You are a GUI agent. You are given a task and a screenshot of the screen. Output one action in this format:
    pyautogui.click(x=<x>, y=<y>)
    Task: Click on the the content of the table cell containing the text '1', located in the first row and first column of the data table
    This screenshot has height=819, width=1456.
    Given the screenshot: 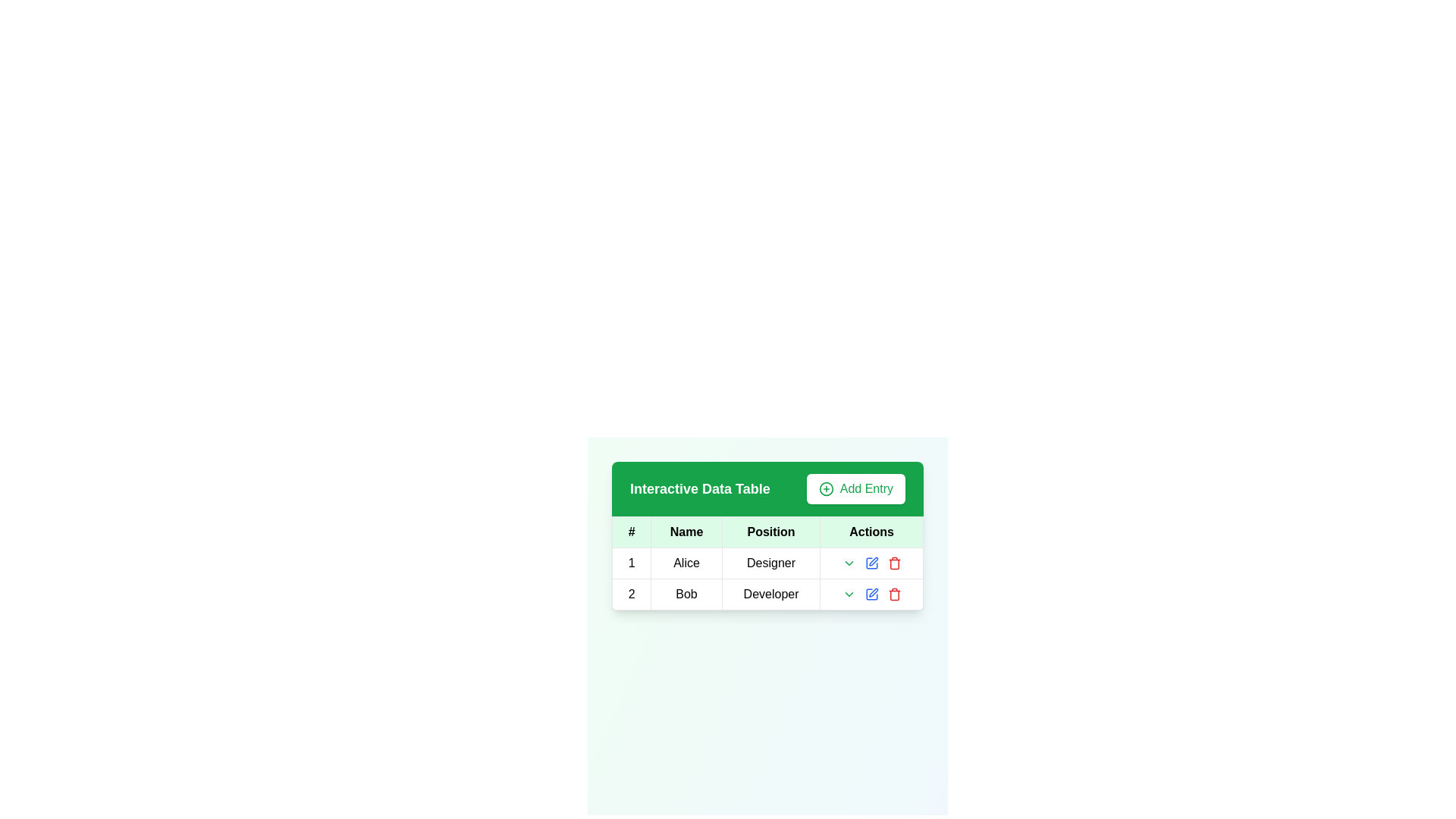 What is the action you would take?
    pyautogui.click(x=632, y=563)
    